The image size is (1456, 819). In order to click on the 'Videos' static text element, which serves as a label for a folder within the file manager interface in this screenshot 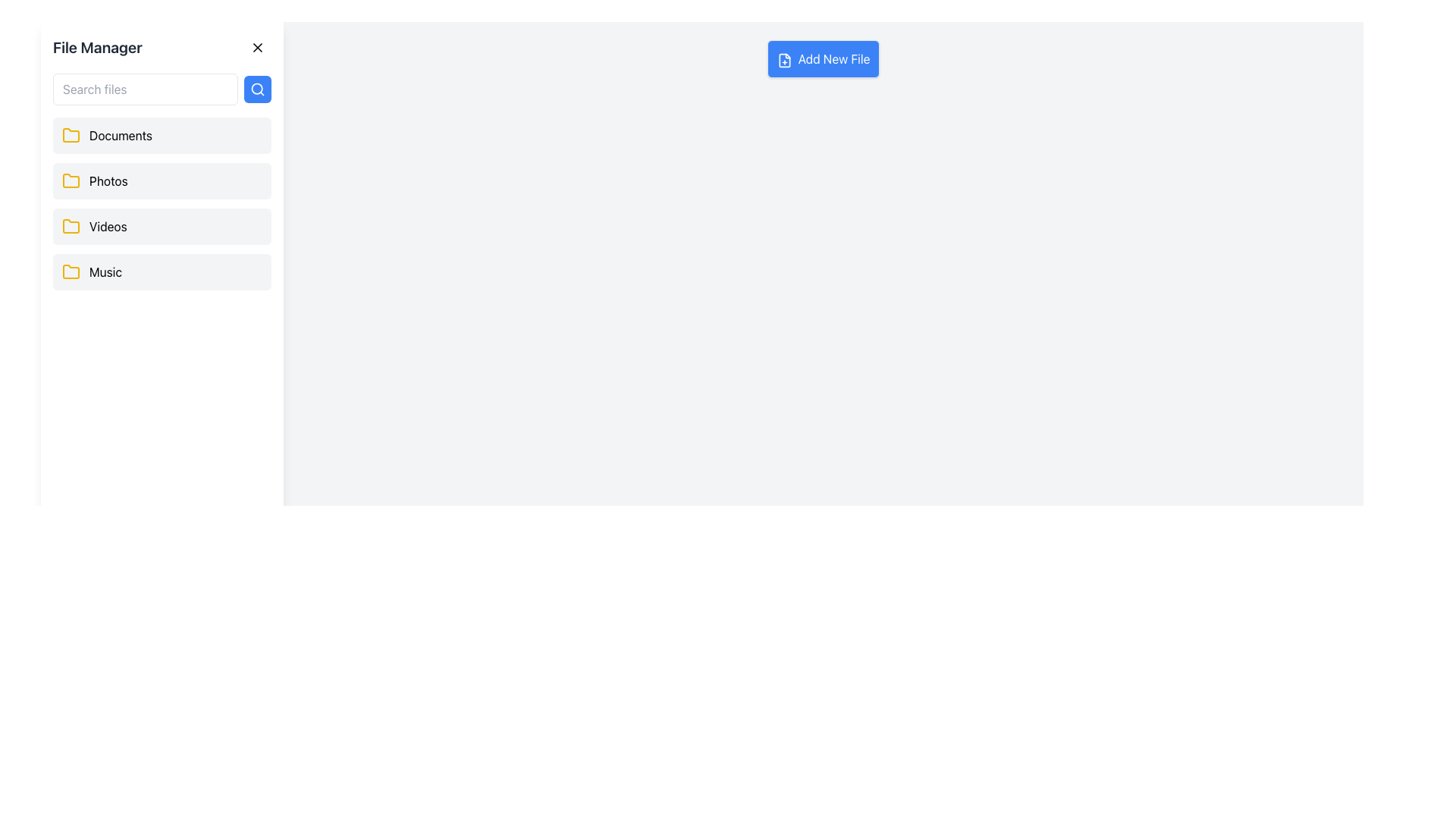, I will do `click(107, 227)`.